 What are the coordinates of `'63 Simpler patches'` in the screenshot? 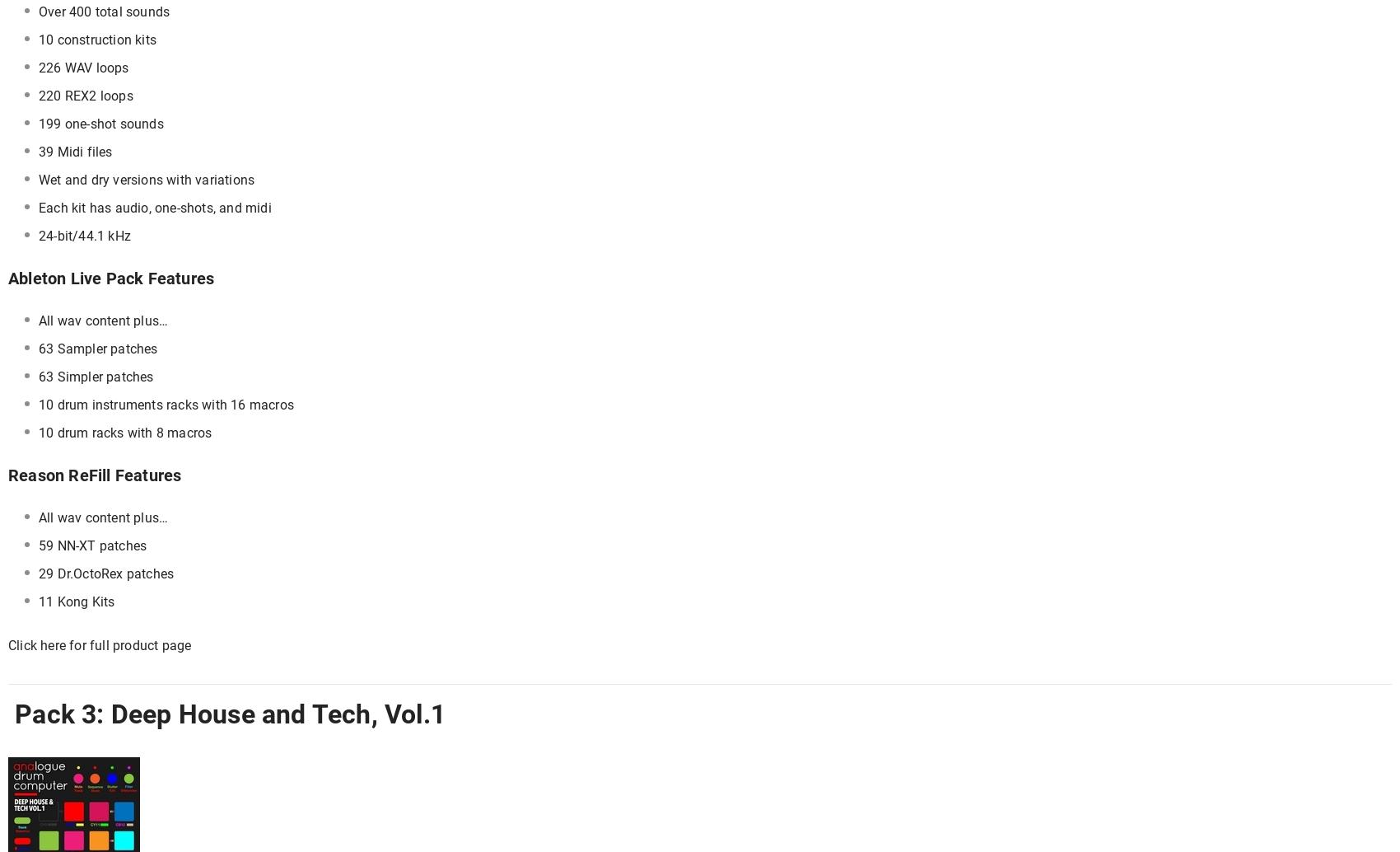 It's located at (95, 376).